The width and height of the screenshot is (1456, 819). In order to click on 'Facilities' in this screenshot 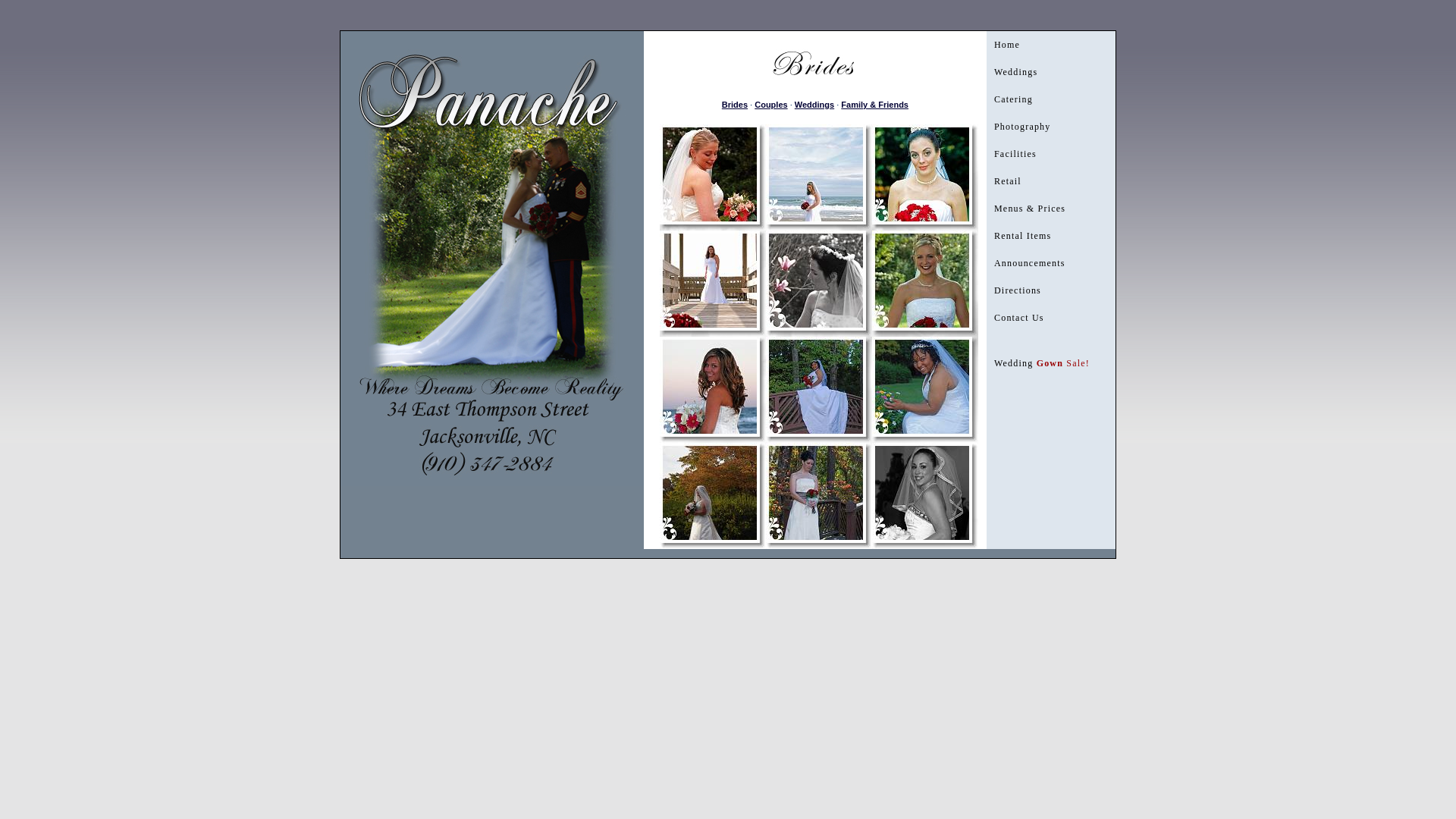, I will do `click(986, 154)`.